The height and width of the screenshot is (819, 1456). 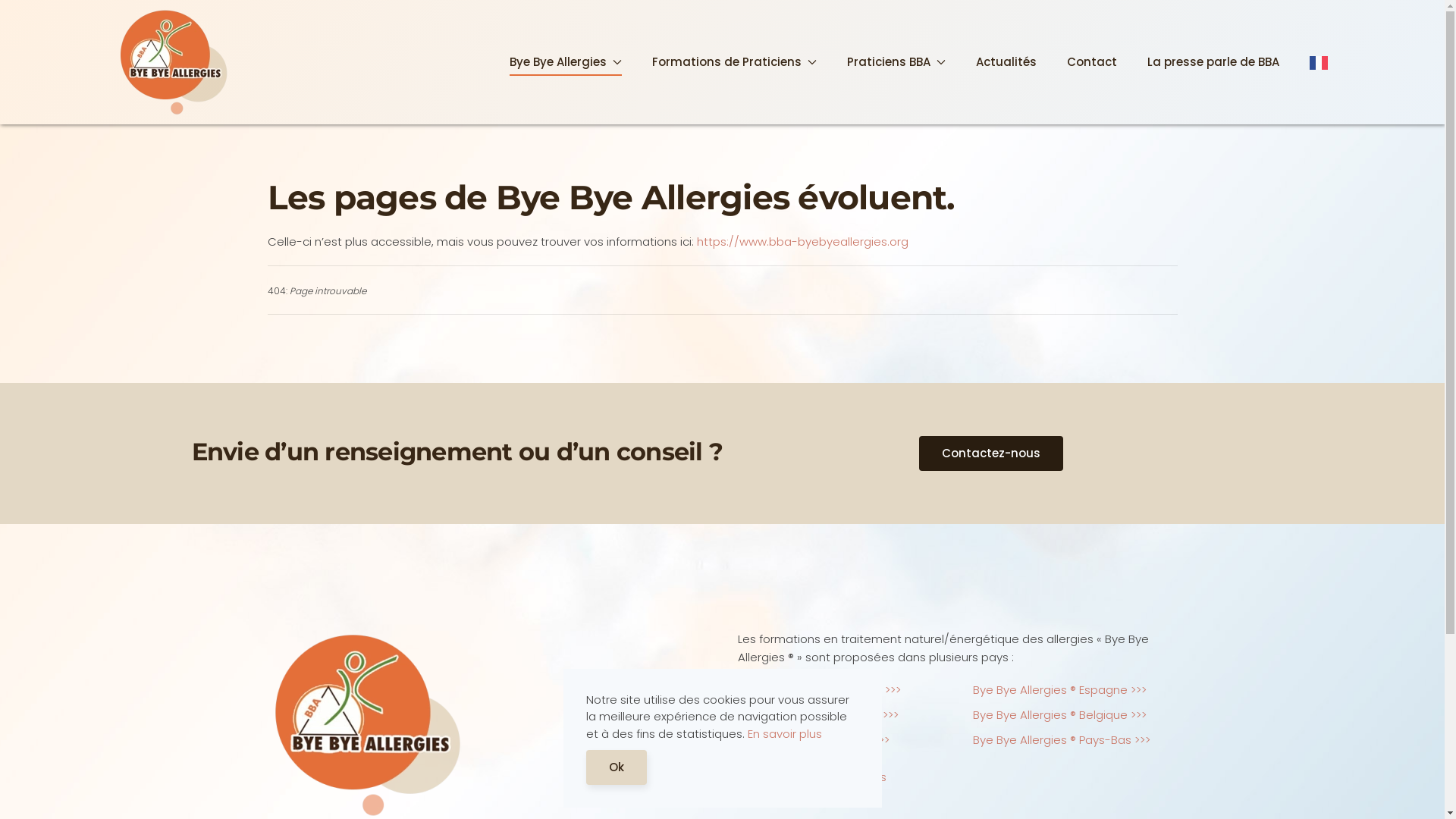 What do you see at coordinates (1211, 61) in the screenshot?
I see `'La presse parle de BBA'` at bounding box center [1211, 61].